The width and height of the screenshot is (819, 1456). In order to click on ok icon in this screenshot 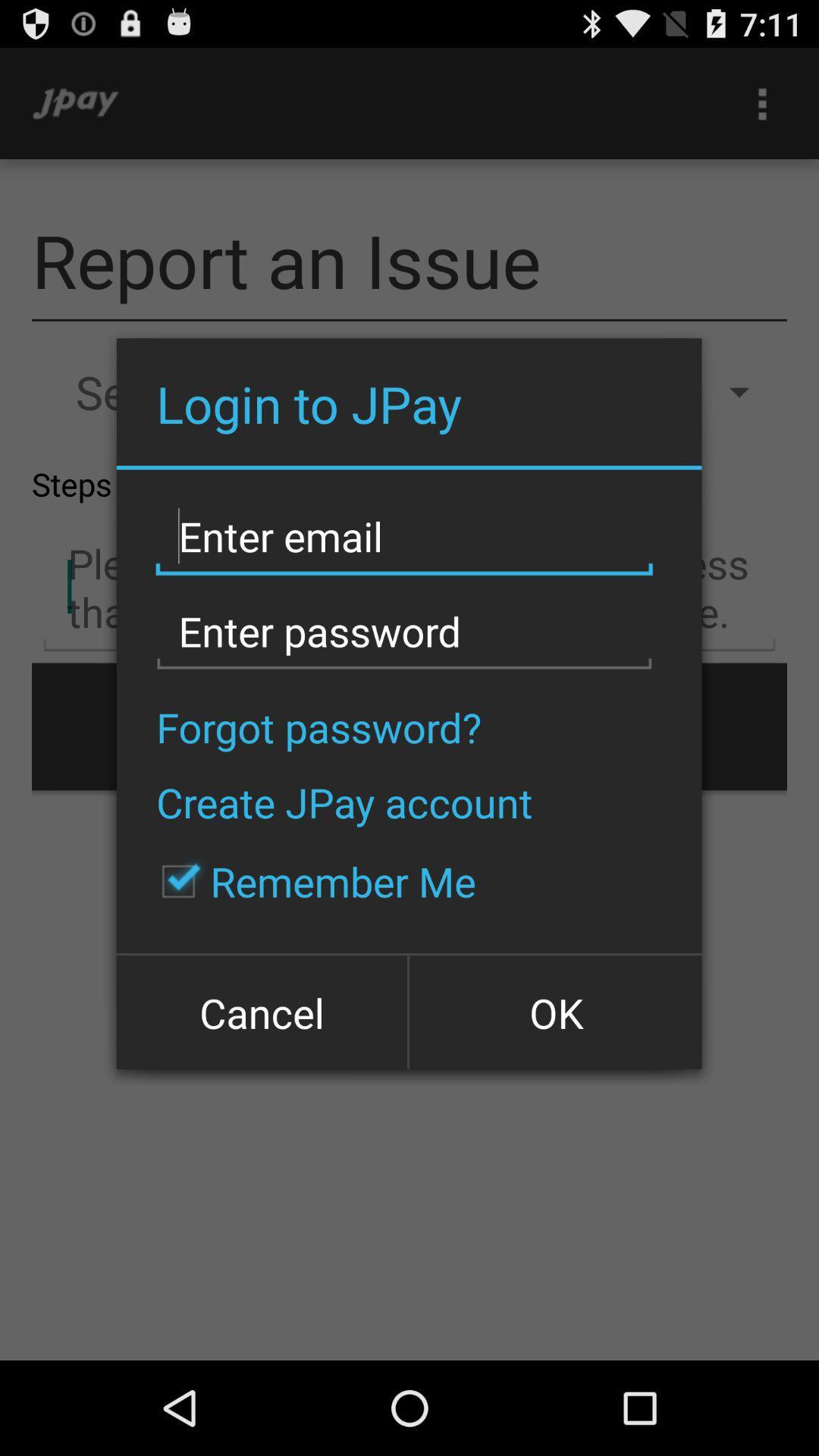, I will do `click(554, 1011)`.